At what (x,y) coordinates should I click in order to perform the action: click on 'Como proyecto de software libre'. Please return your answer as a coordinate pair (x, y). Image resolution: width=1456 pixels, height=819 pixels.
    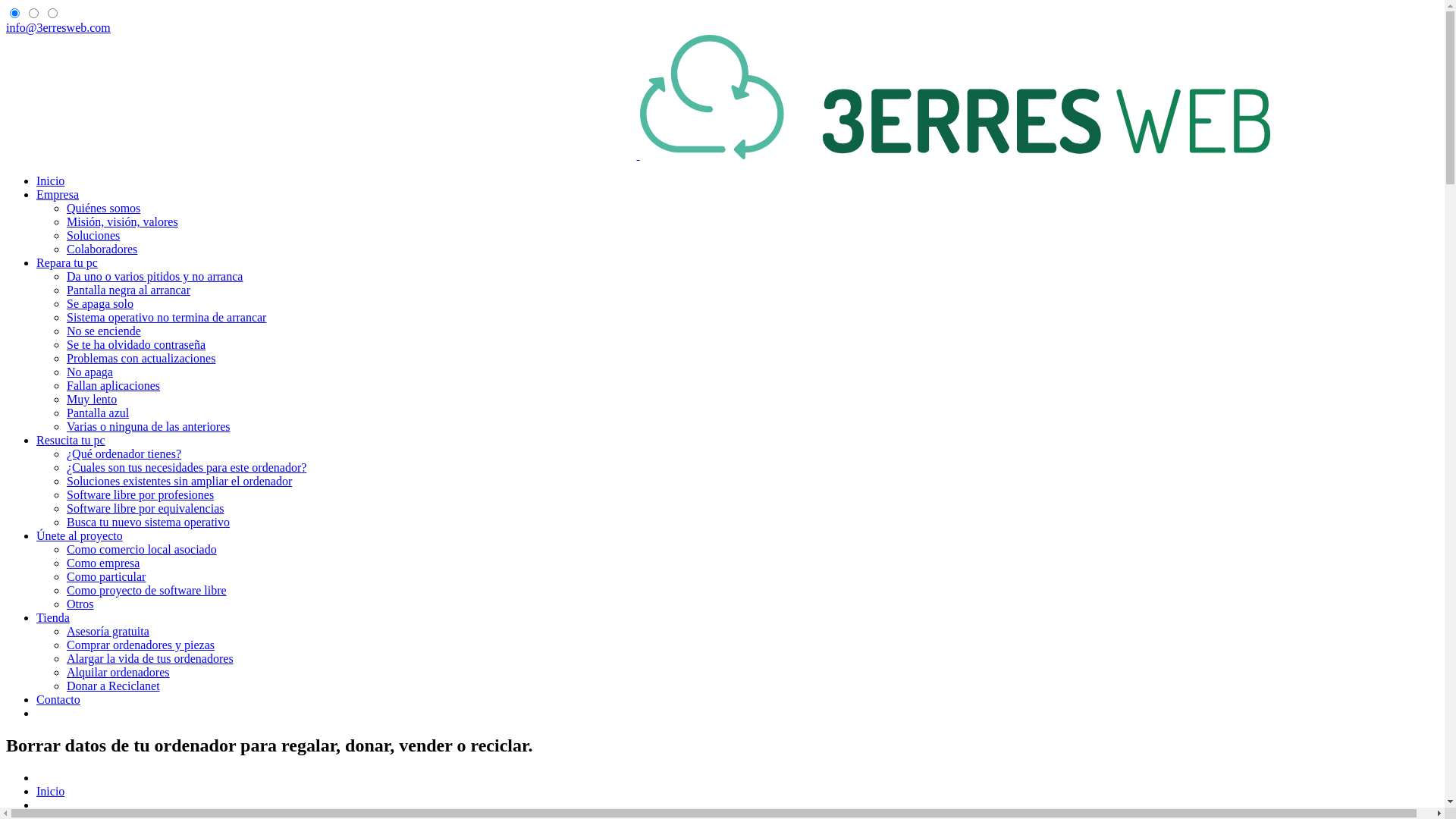
    Looking at the image, I should click on (146, 589).